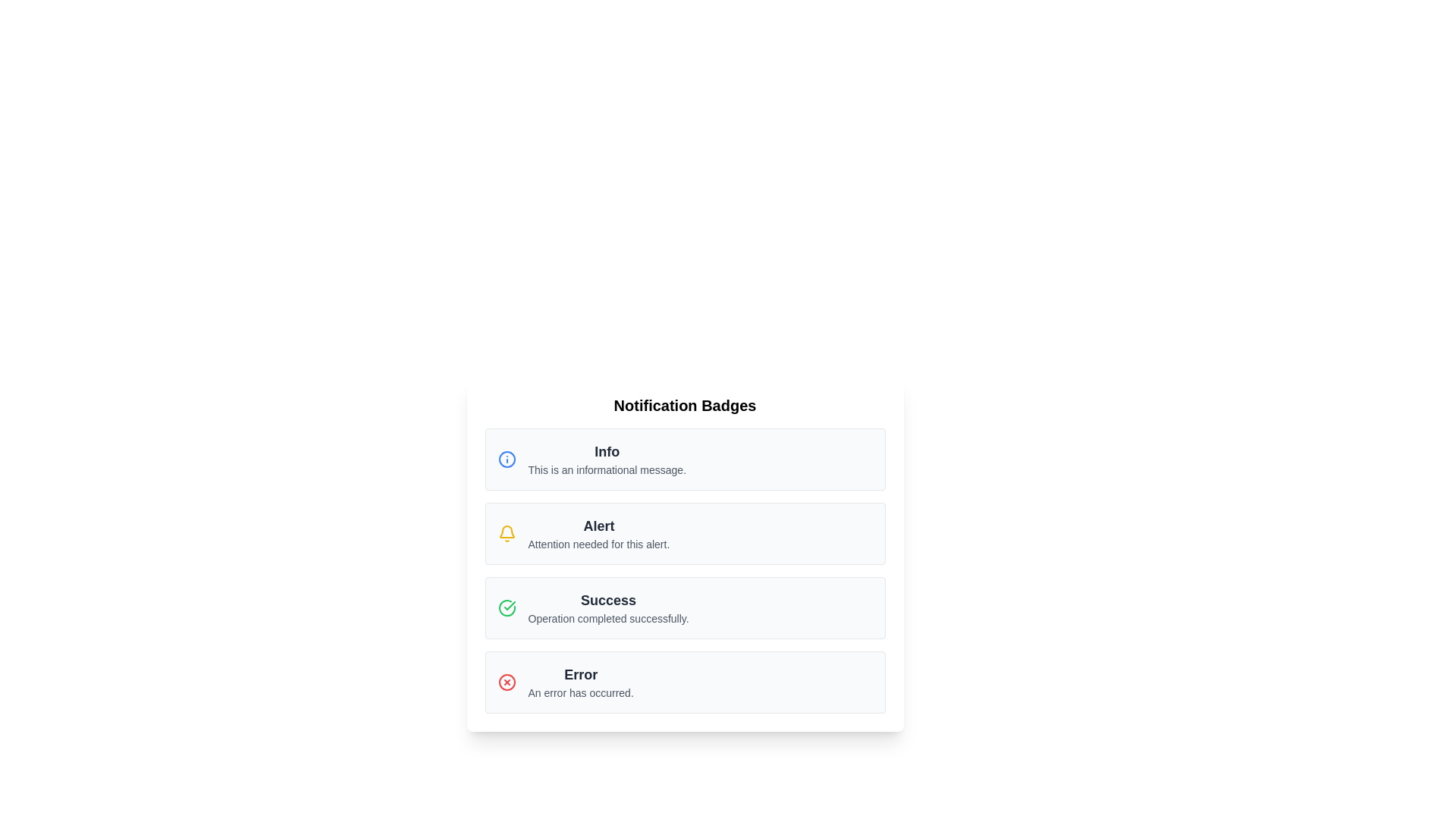 The width and height of the screenshot is (1456, 819). Describe the element at coordinates (507, 607) in the screenshot. I see `the success icon located at the leftmost part of the card labeled 'Success', adjacent to the text 'Operation completed successfully.'` at that location.